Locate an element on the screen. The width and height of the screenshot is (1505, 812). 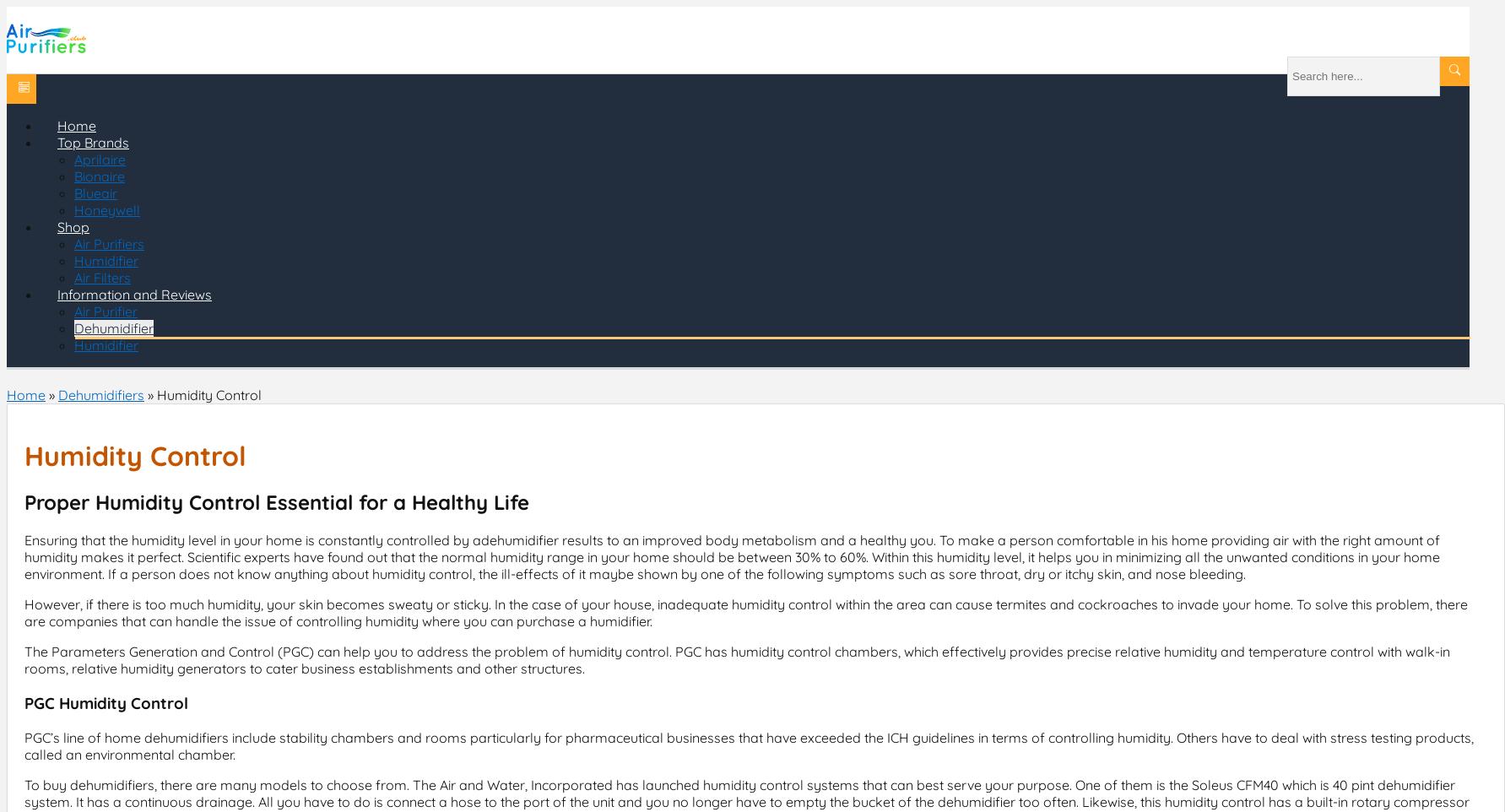
'Information and Reviews' is located at coordinates (133, 295).